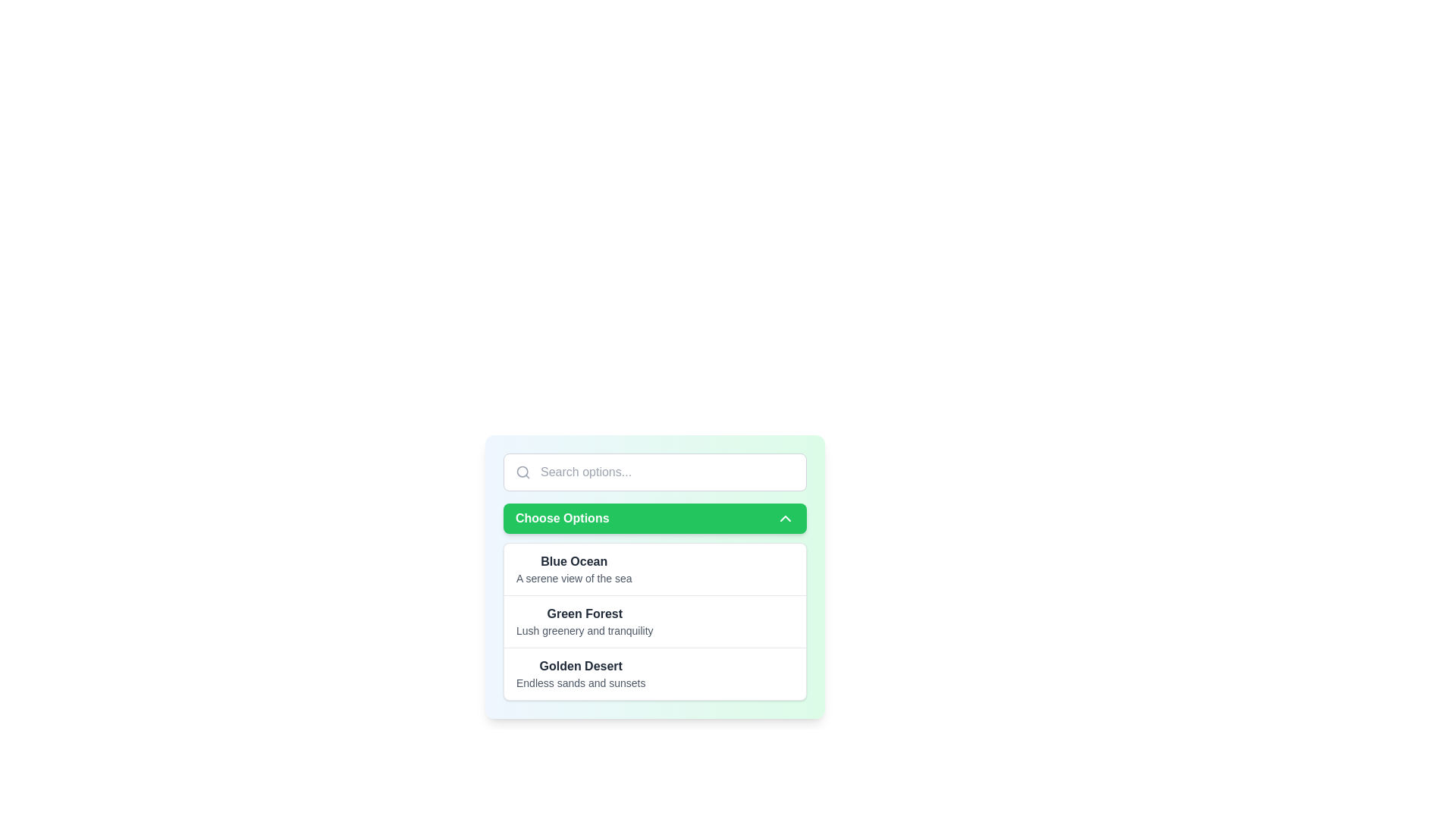  What do you see at coordinates (580, 666) in the screenshot?
I see `the text label 'Golden Desert', which is styled in bold dark gray and serves as the heading in a dropdown list` at bounding box center [580, 666].